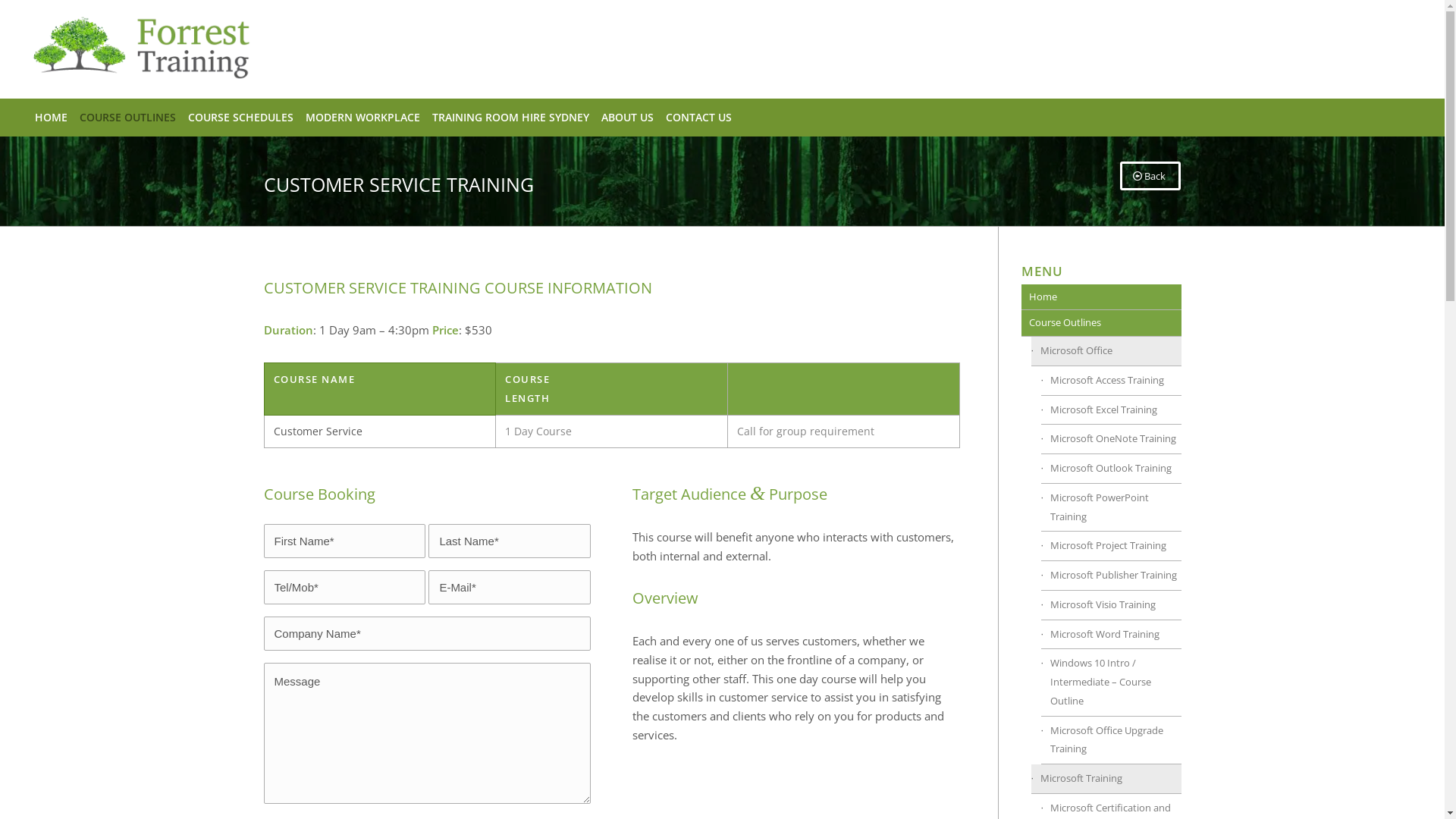 The height and width of the screenshot is (819, 1456). What do you see at coordinates (595, 116) in the screenshot?
I see `'ABOUT US'` at bounding box center [595, 116].